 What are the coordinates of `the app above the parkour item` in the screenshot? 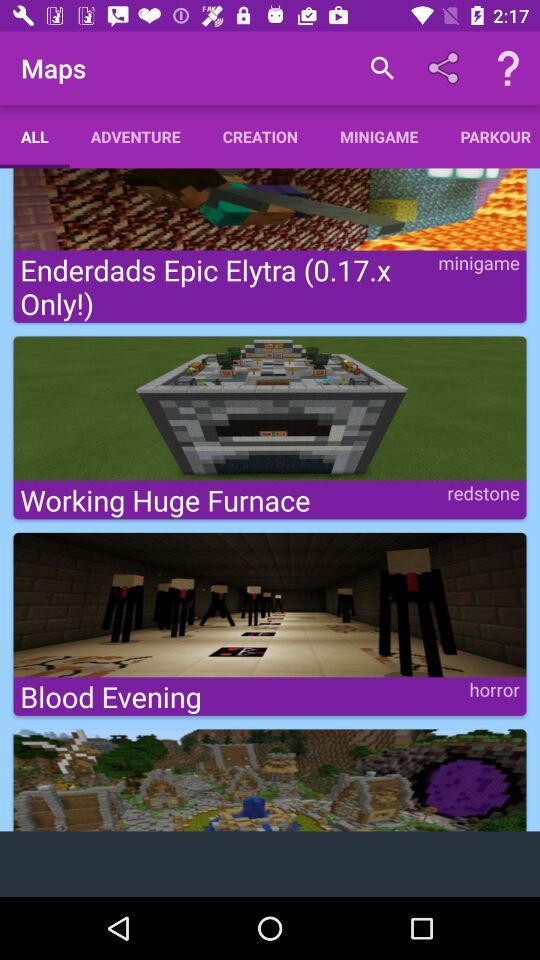 It's located at (508, 68).